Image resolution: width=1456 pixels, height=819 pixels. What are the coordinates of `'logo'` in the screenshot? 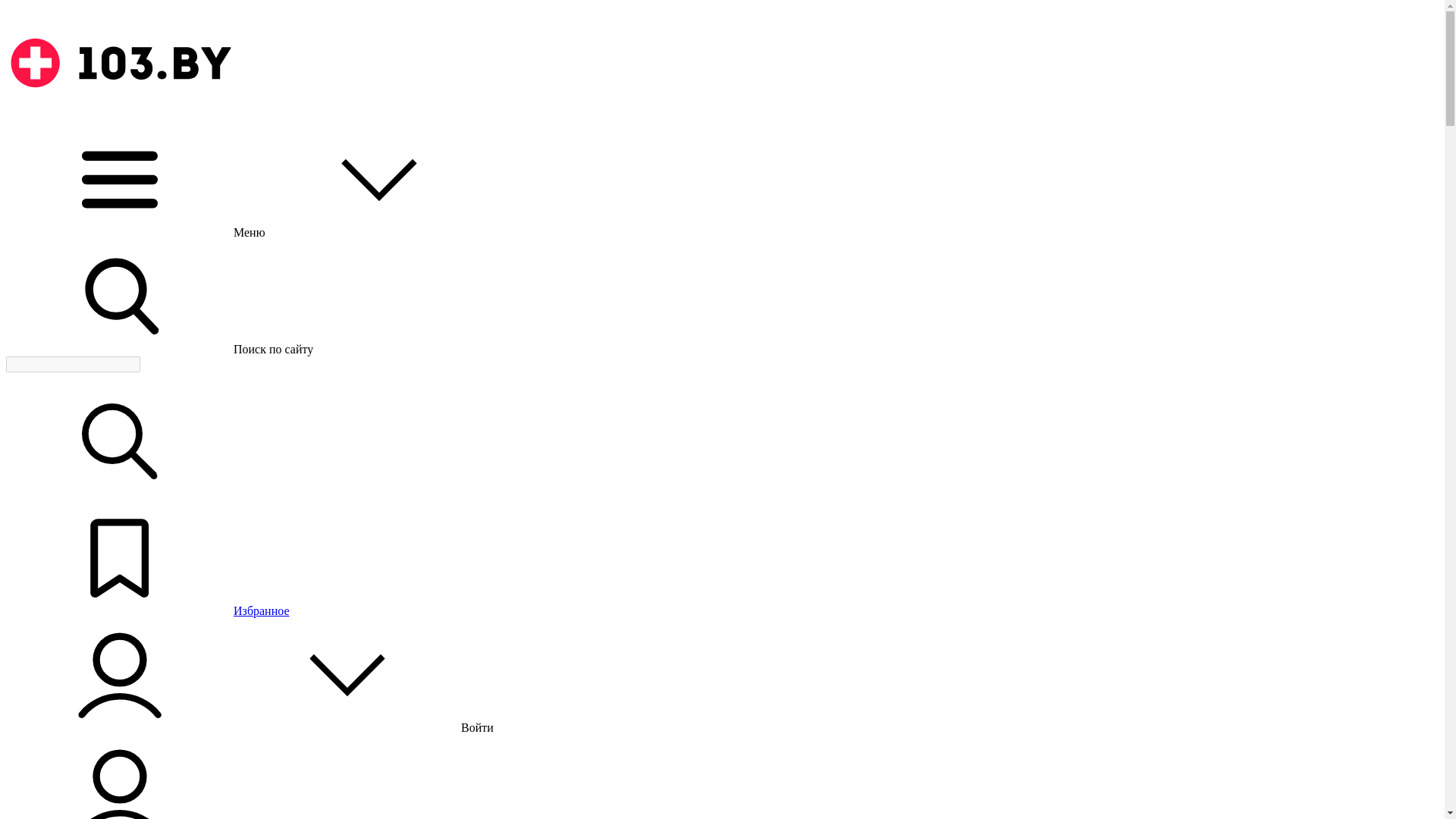 It's located at (119, 115).